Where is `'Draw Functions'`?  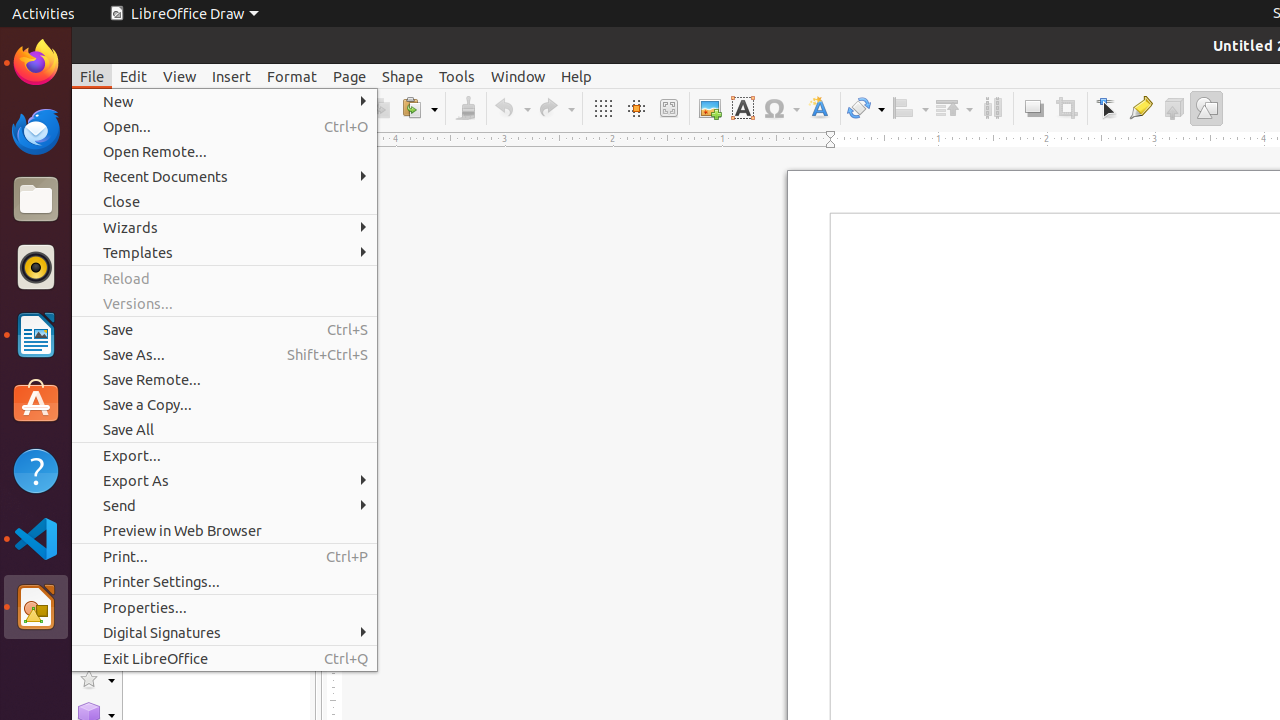 'Draw Functions' is located at coordinates (1205, 108).